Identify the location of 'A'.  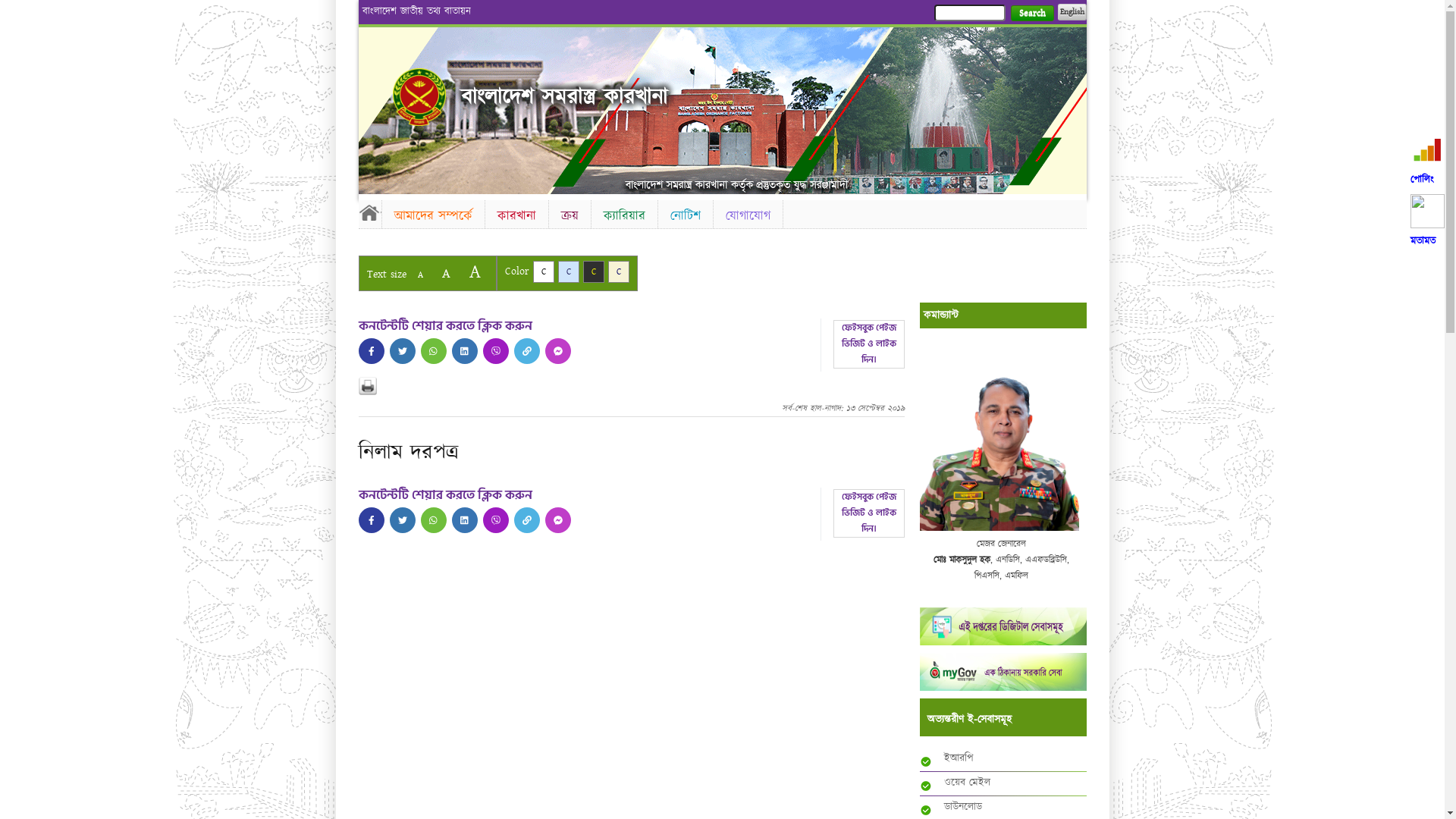
(432, 273).